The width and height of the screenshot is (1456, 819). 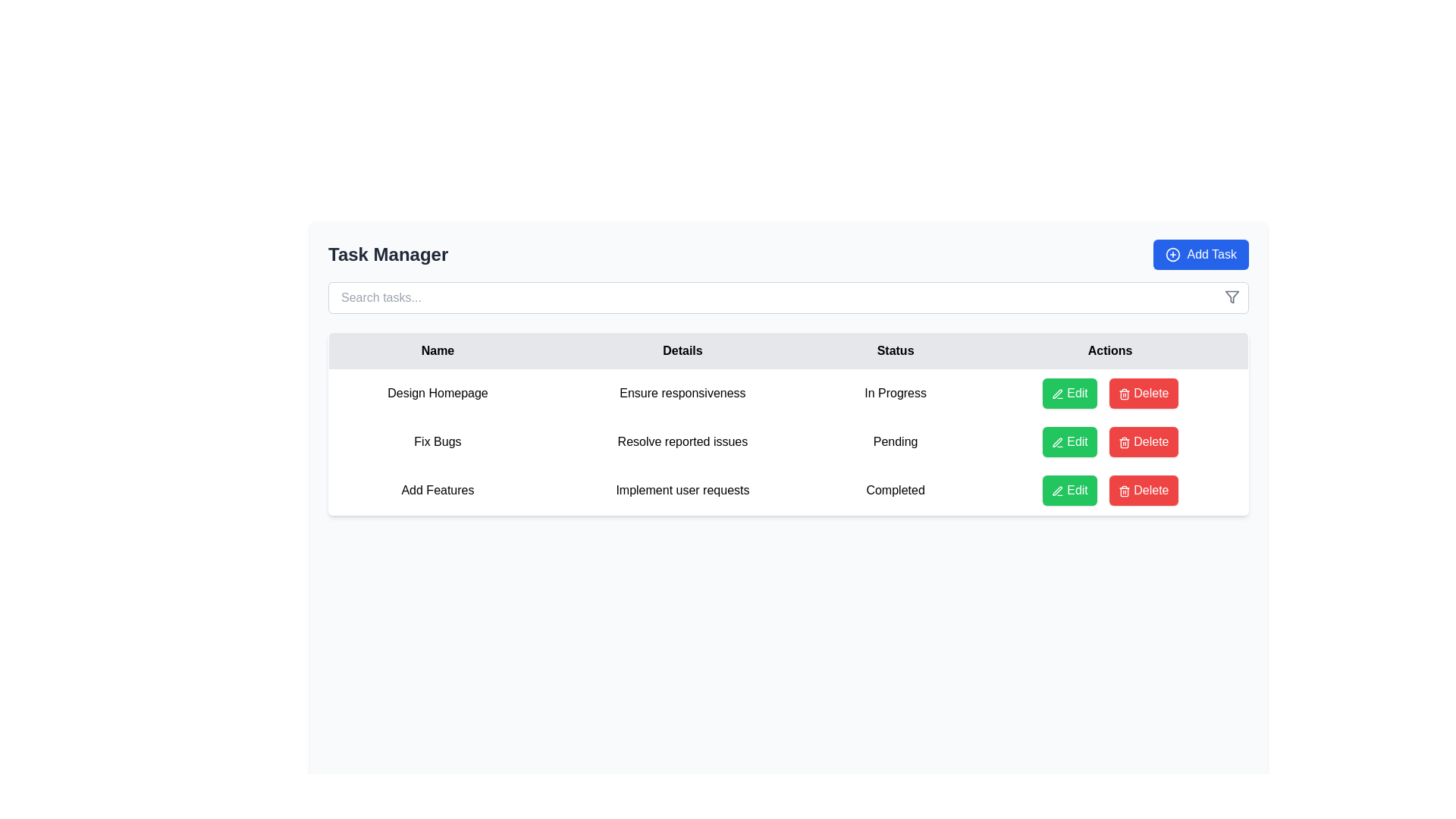 I want to click on the 'In Progress' text label in the status column of the first row of the table, so click(x=896, y=393).